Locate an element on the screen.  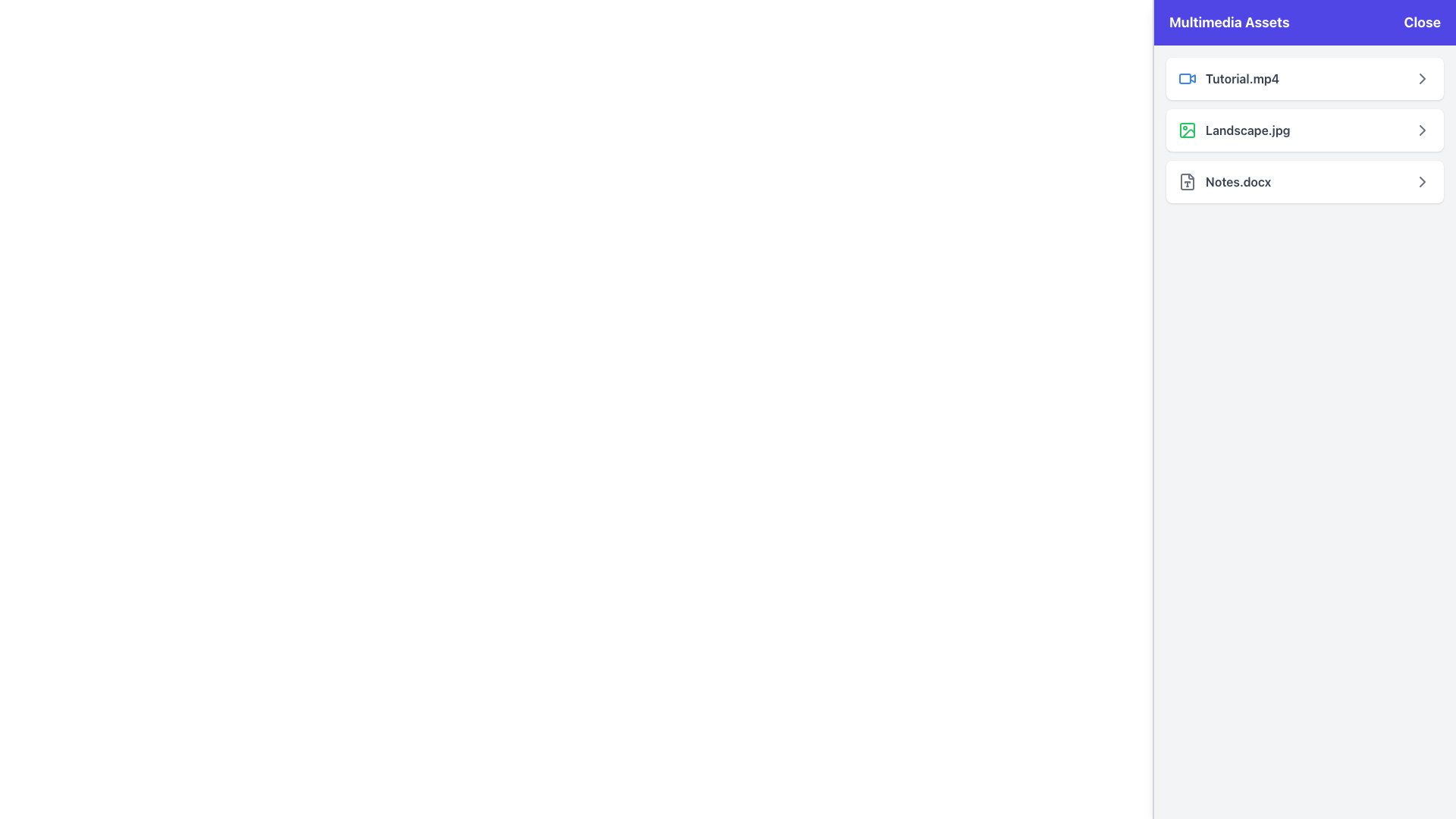
the 'Tutorial.mp4' file name label located in the 'Multimedia Assets' section is located at coordinates (1228, 79).